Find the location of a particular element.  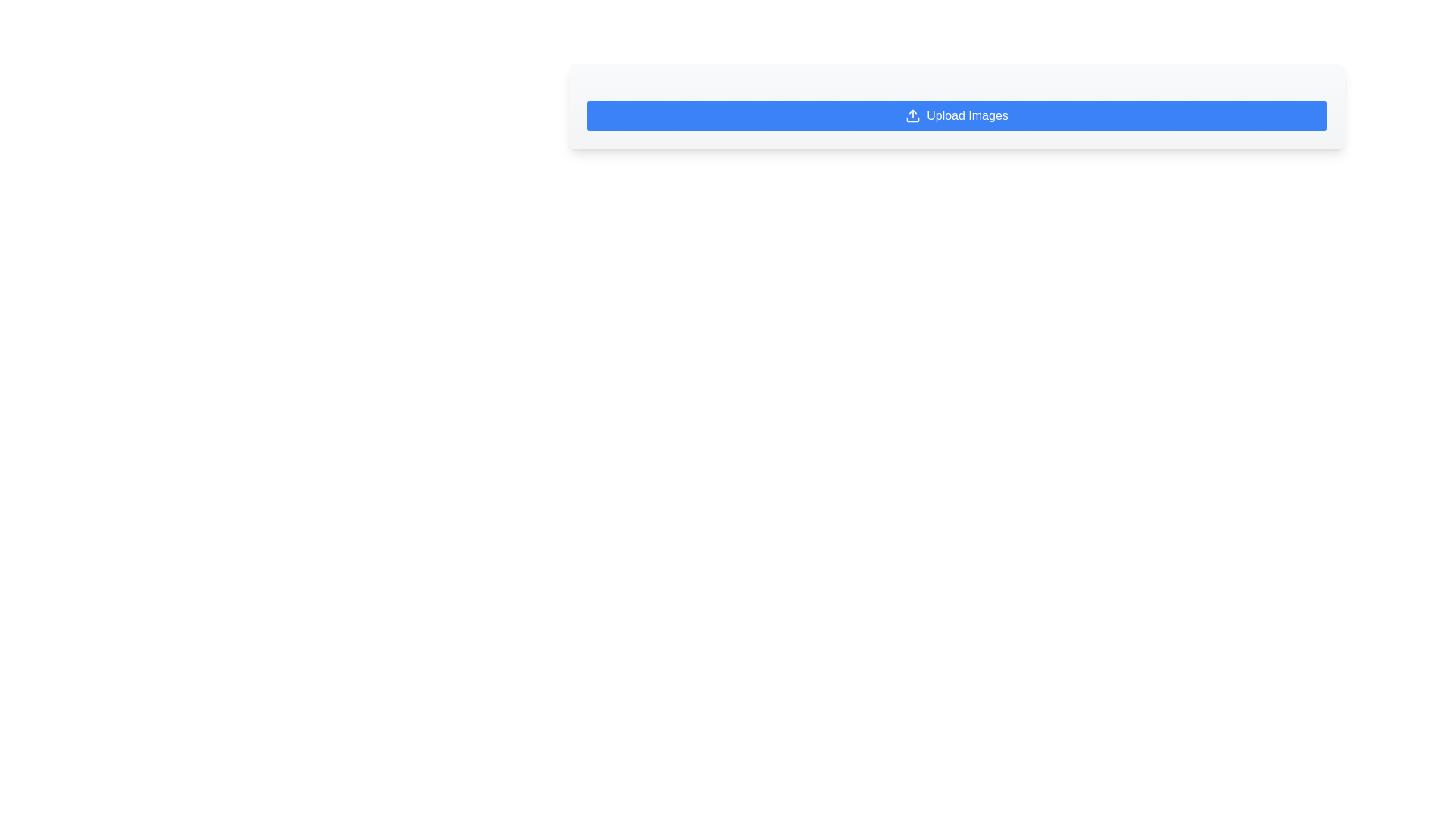

the upload icon located to the left of the 'Upload Images' text within the blue rectangular button is located at coordinates (912, 115).